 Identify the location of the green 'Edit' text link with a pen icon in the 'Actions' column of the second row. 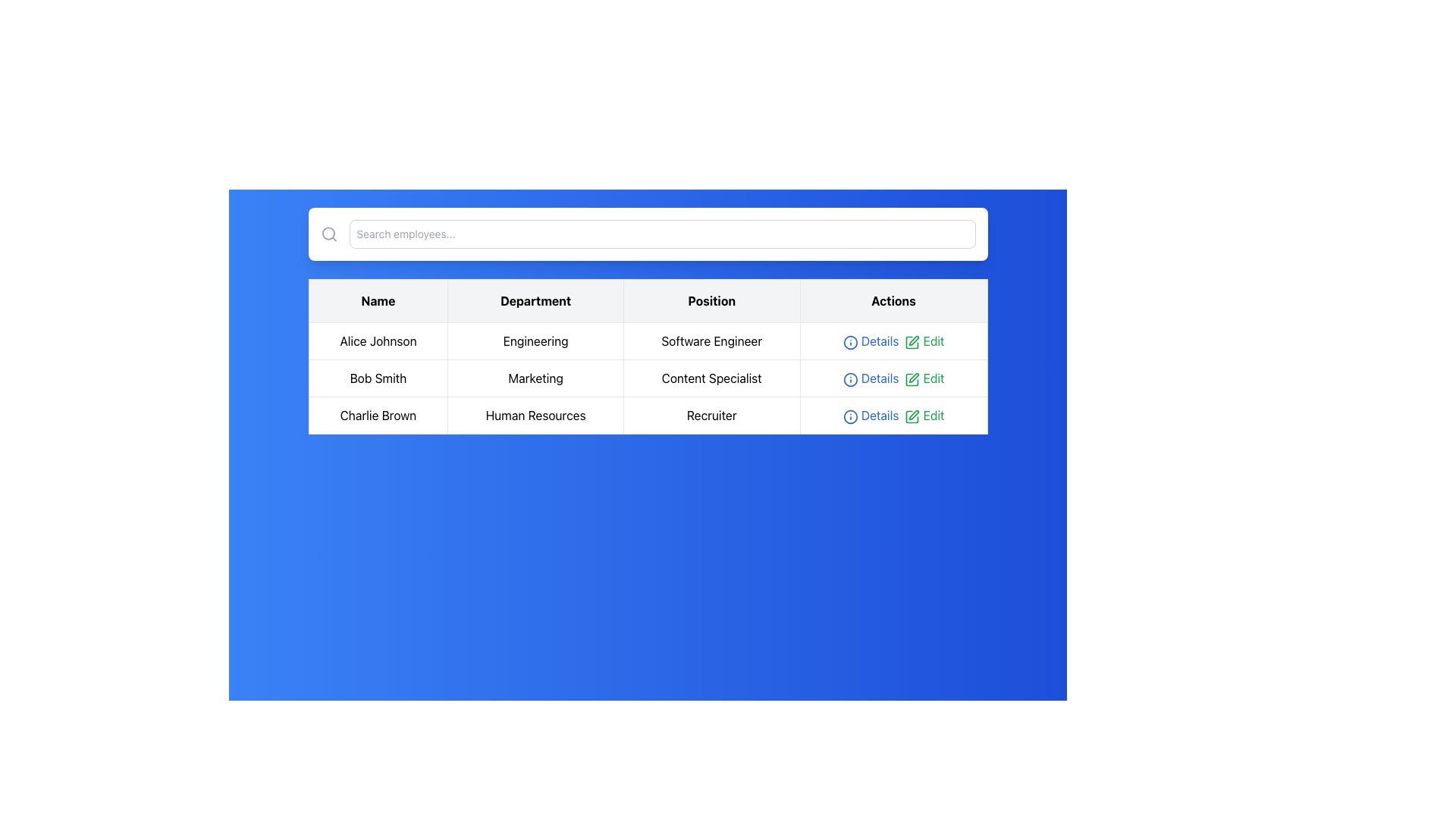
(924, 377).